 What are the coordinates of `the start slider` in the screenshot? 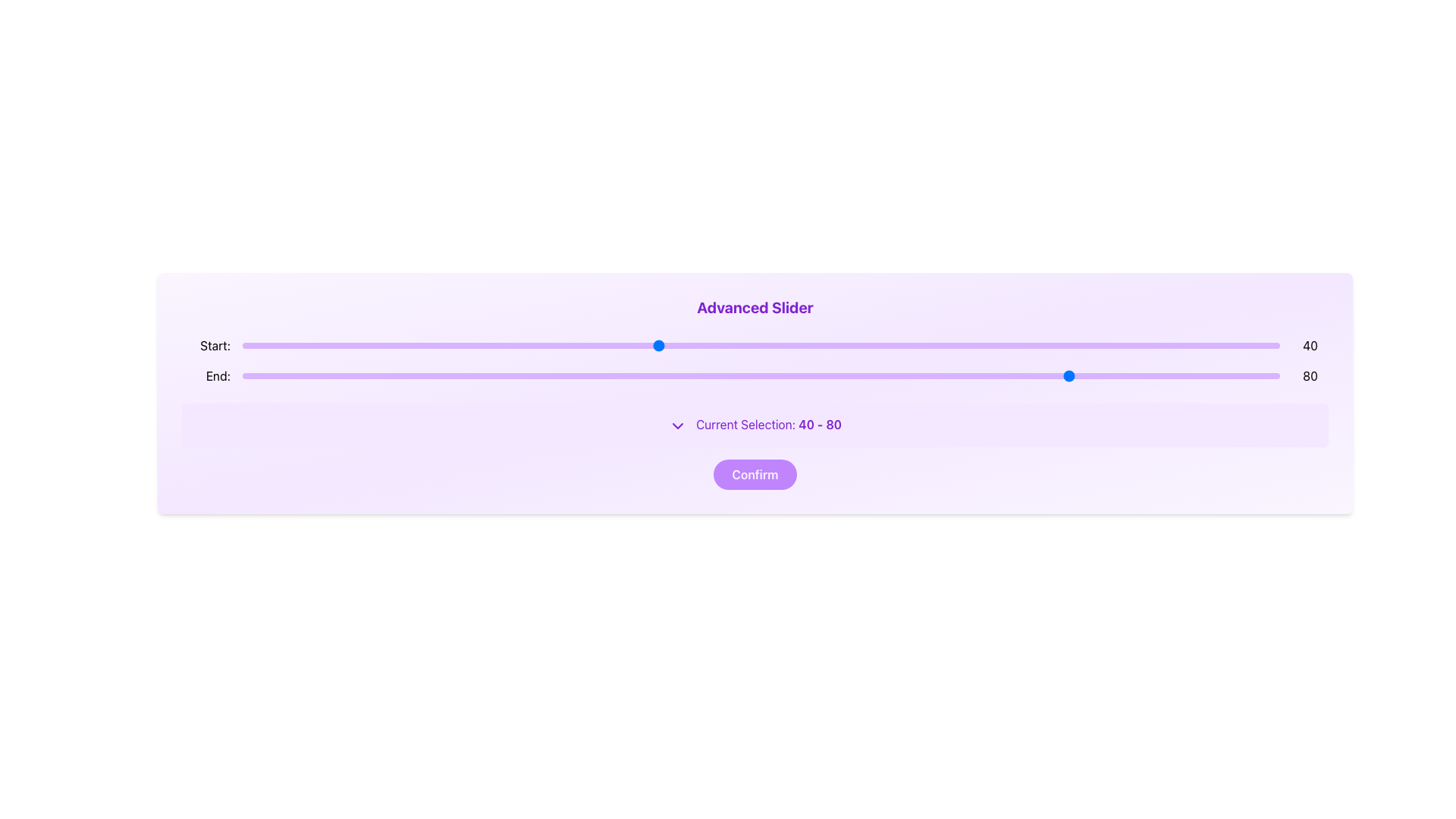 It's located at (1061, 345).